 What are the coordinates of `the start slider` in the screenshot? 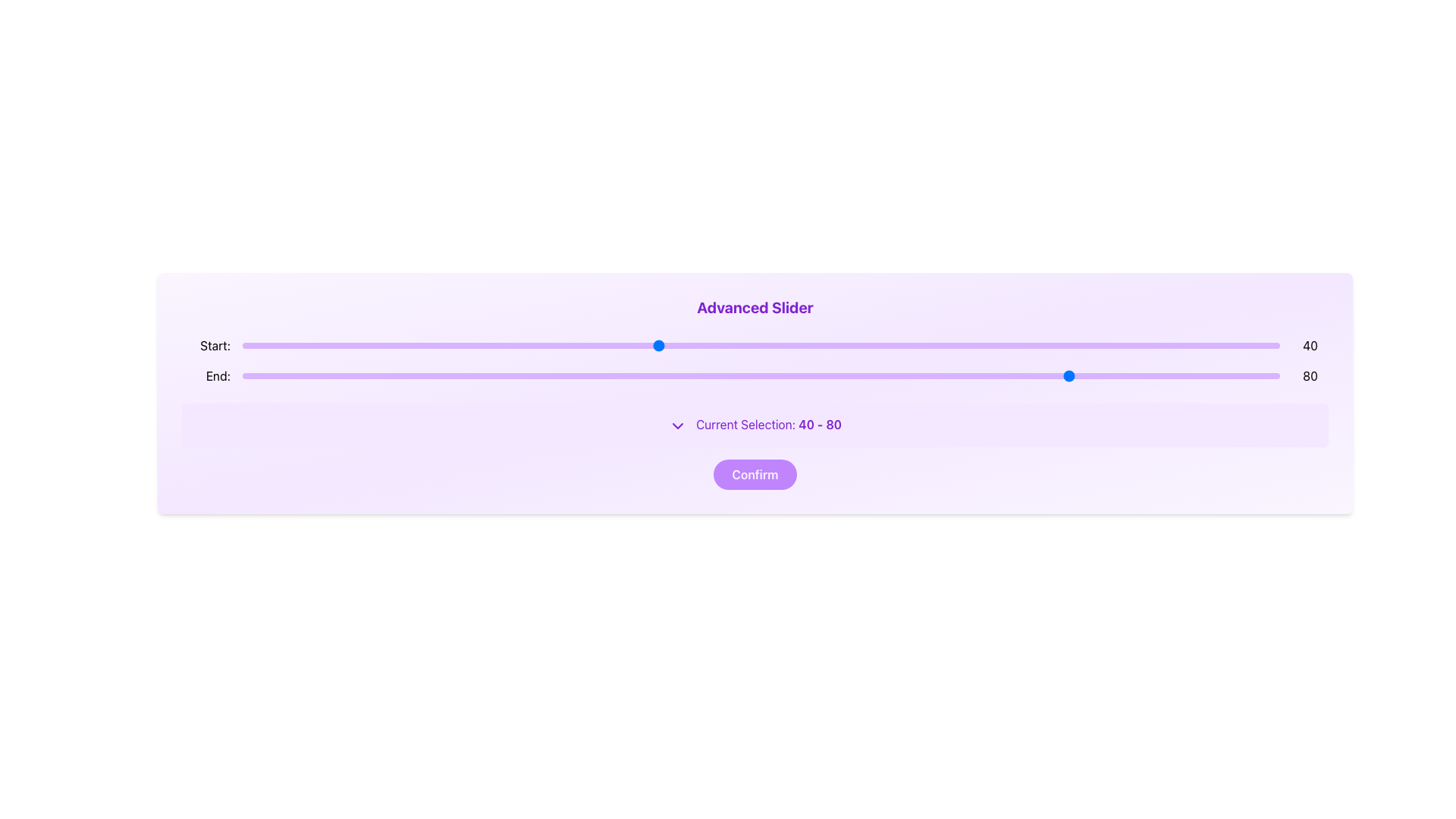 It's located at (1061, 345).